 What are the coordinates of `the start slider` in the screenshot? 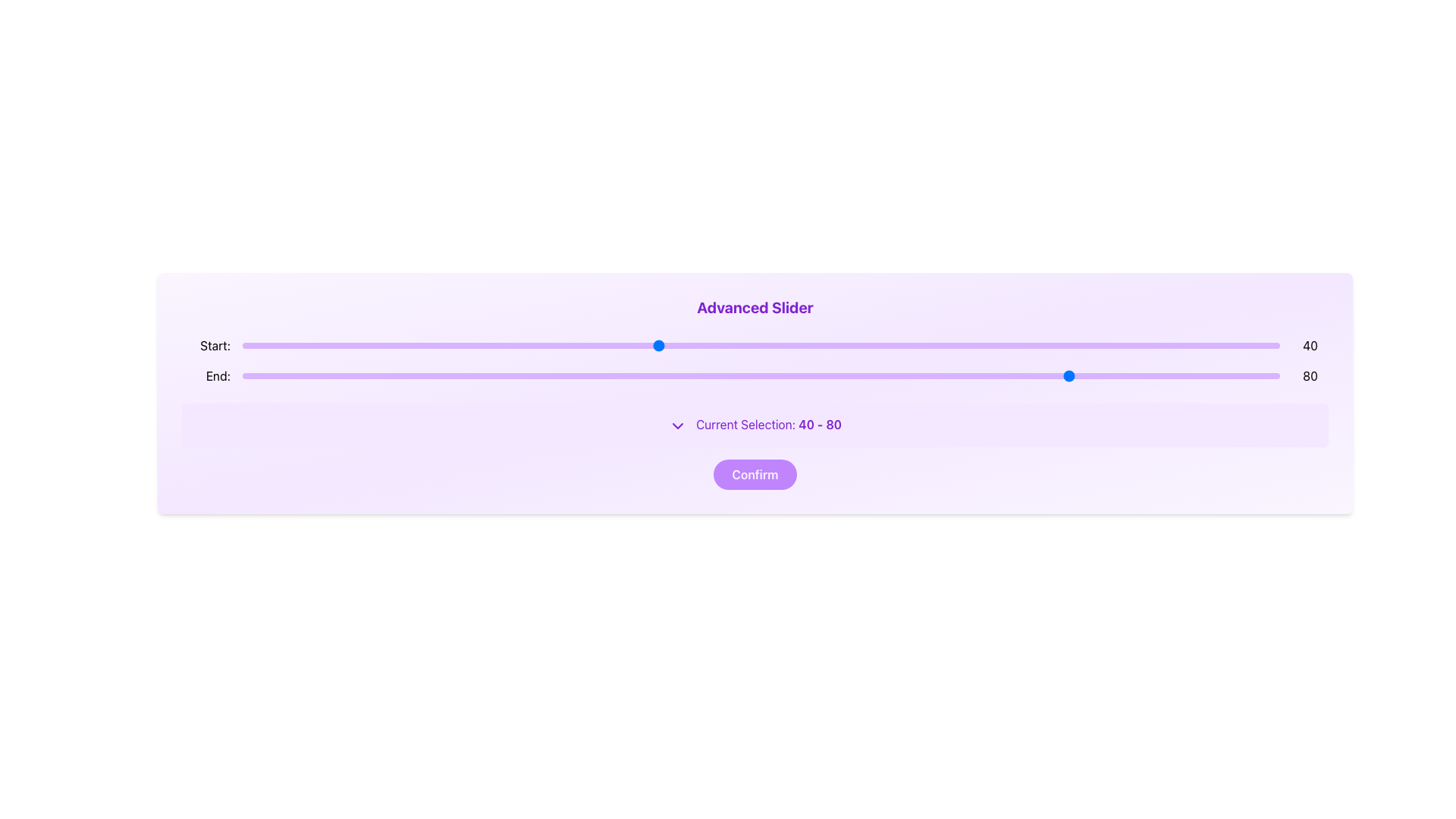 It's located at (1061, 345).